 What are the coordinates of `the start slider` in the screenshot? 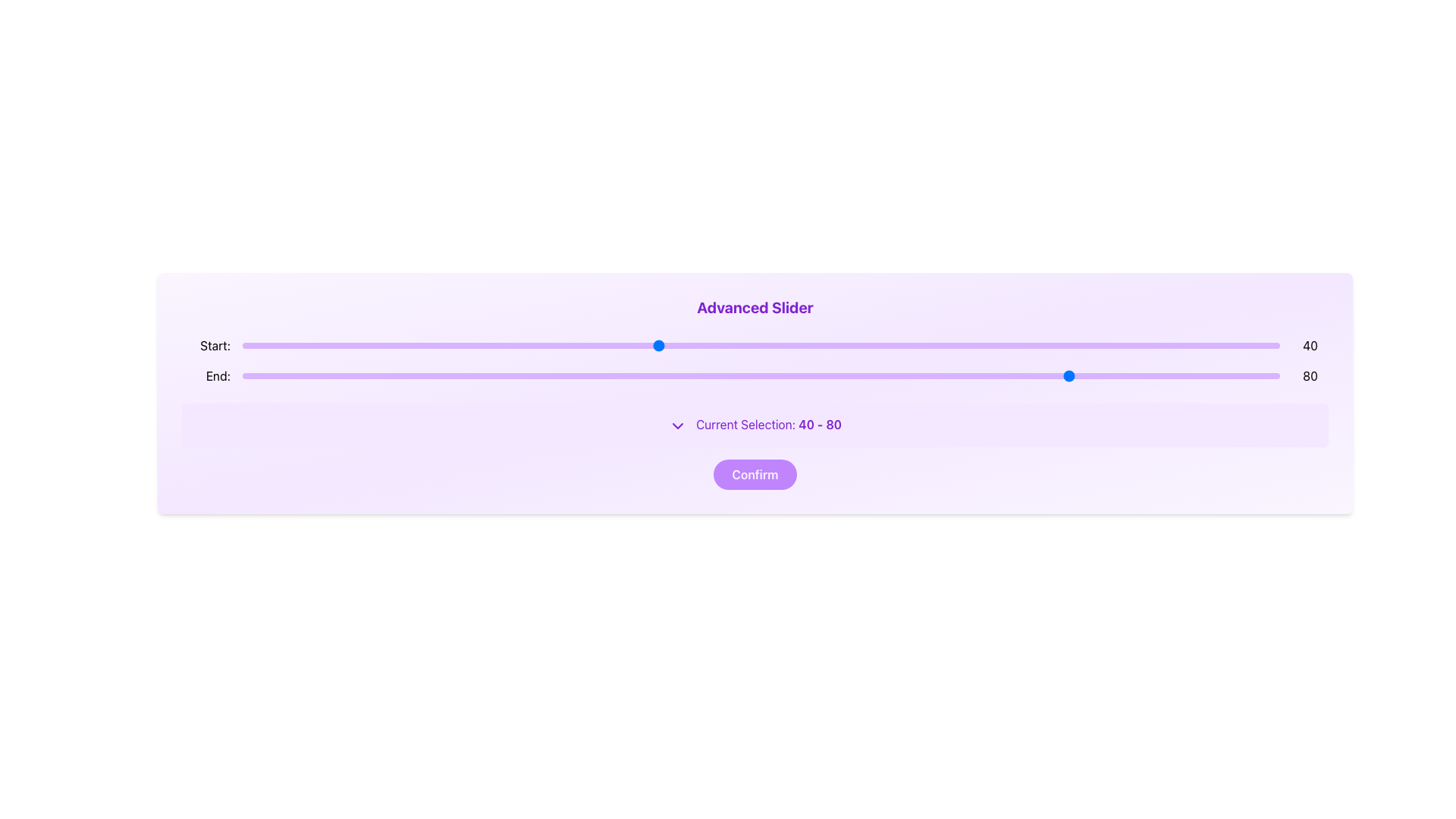 It's located at (1061, 345).